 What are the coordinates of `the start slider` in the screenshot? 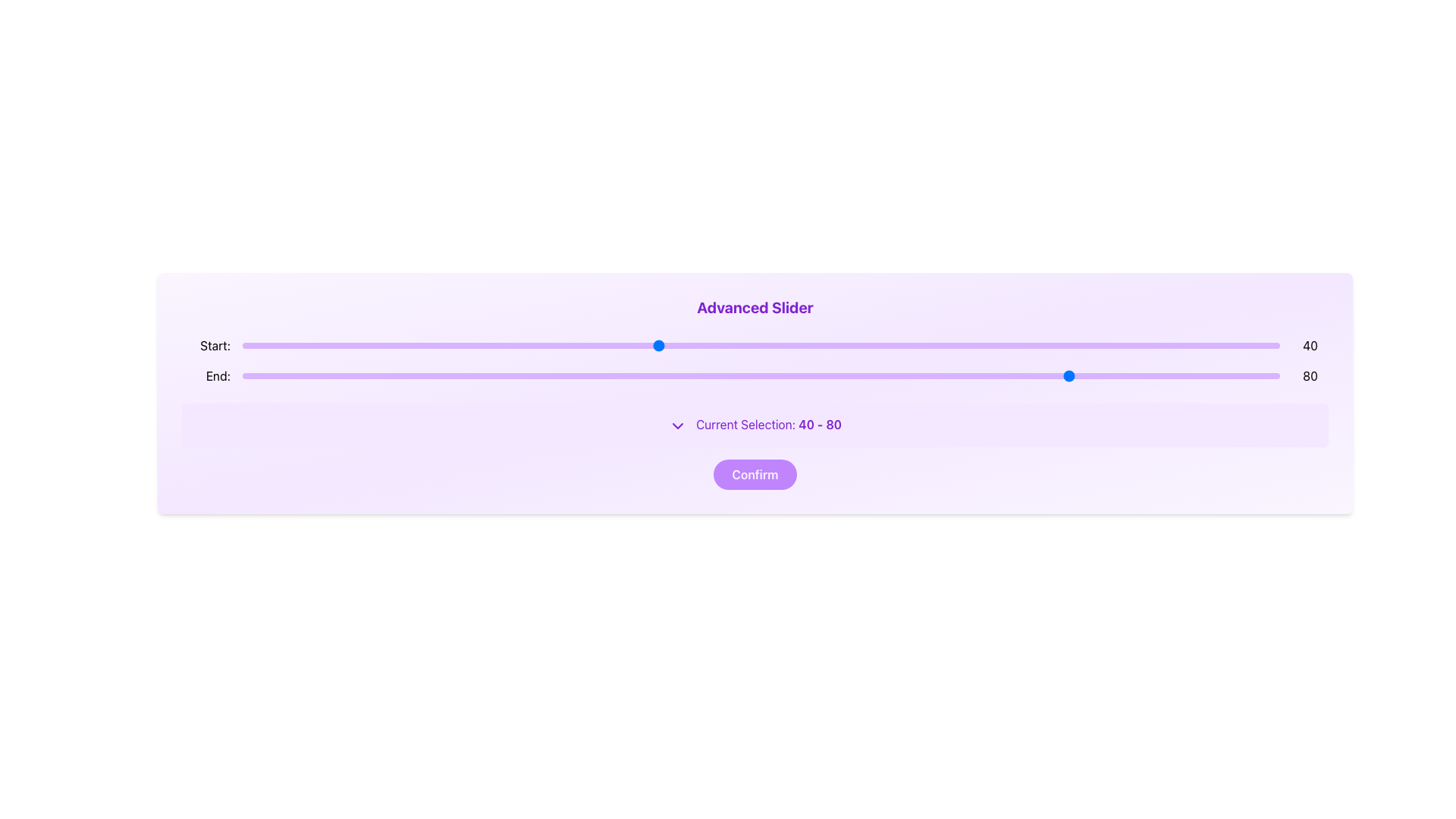 It's located at (1061, 345).